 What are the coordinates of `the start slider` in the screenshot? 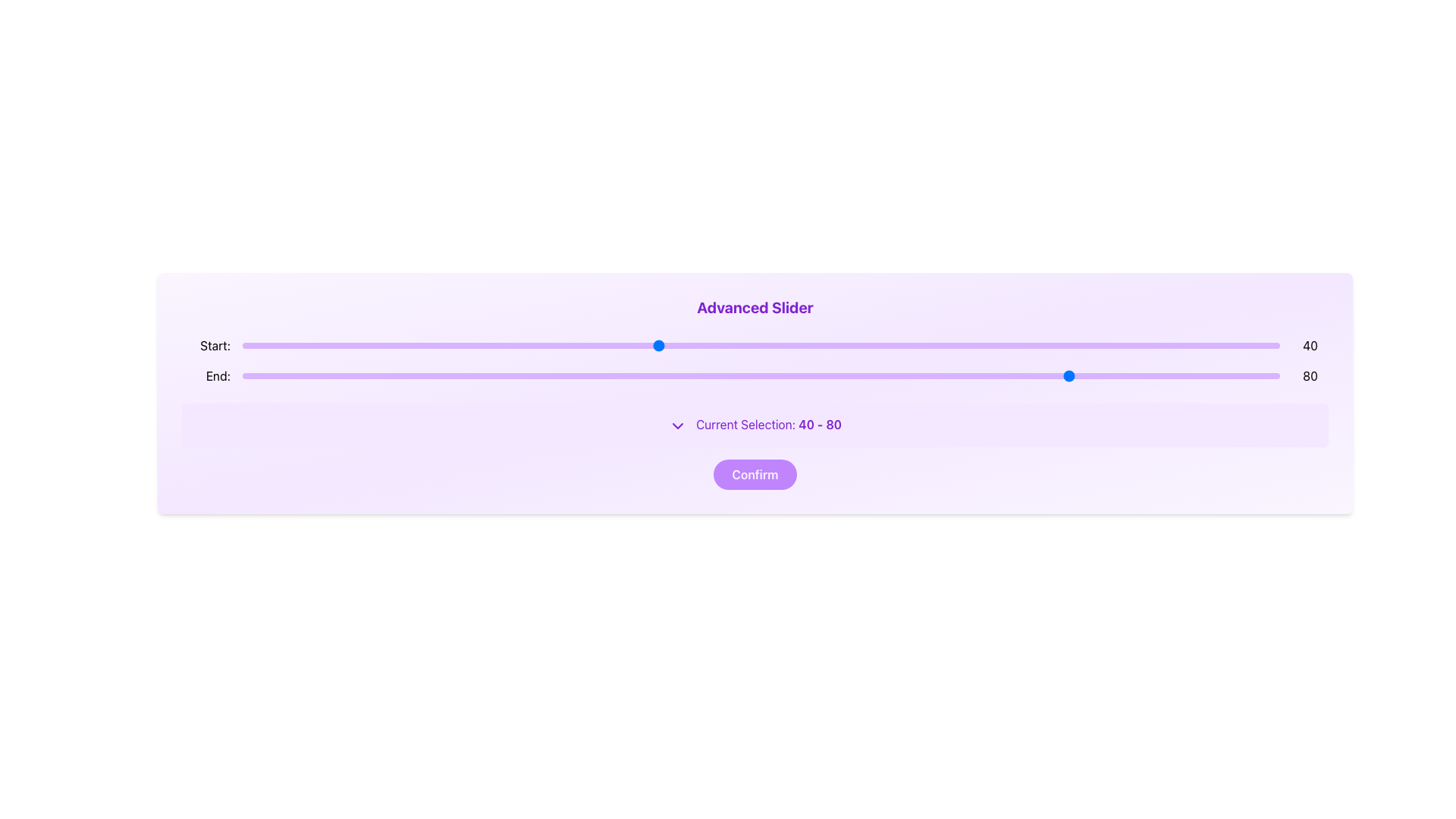 It's located at (1061, 345).